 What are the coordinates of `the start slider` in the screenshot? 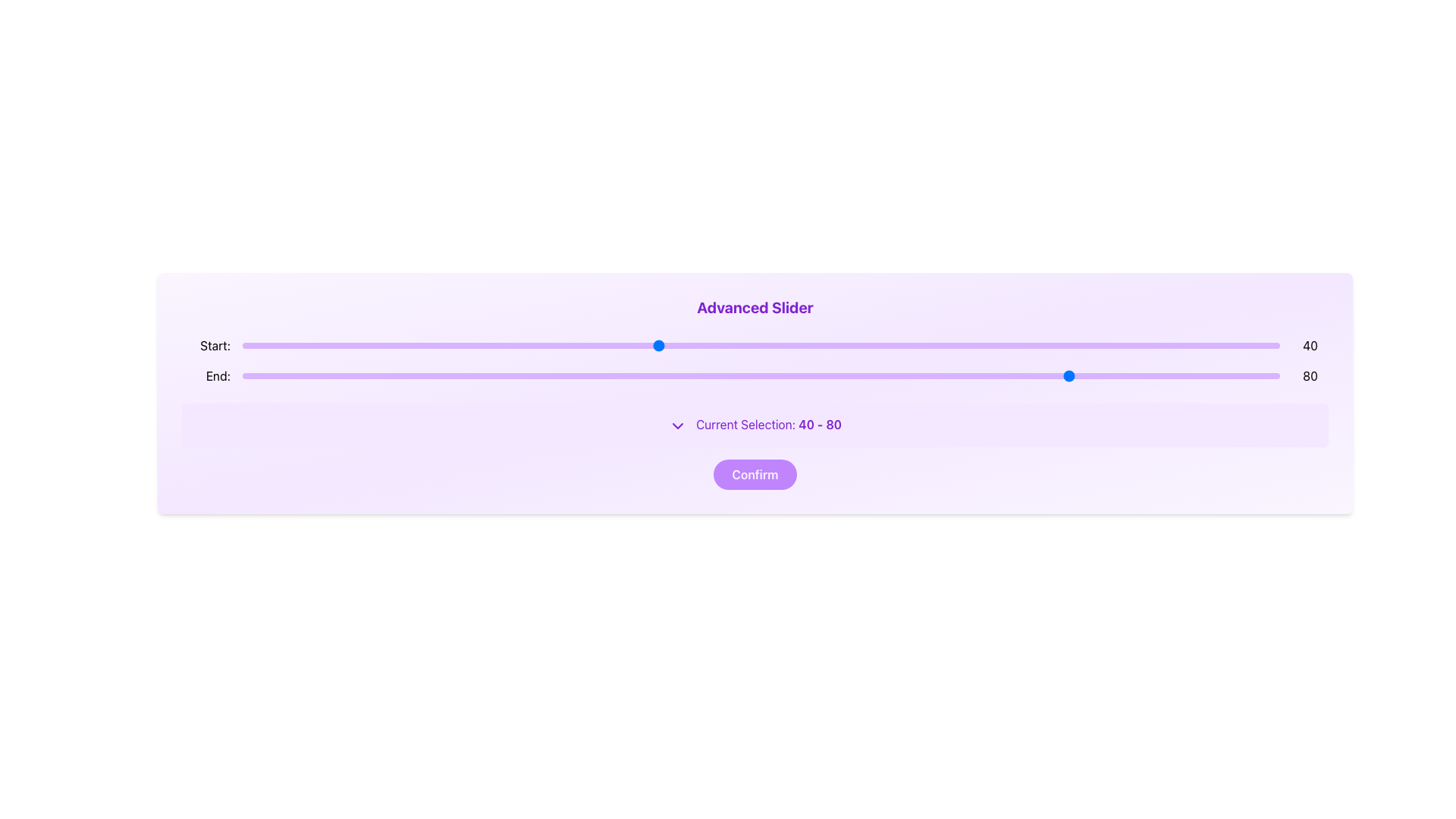 It's located at (1061, 345).